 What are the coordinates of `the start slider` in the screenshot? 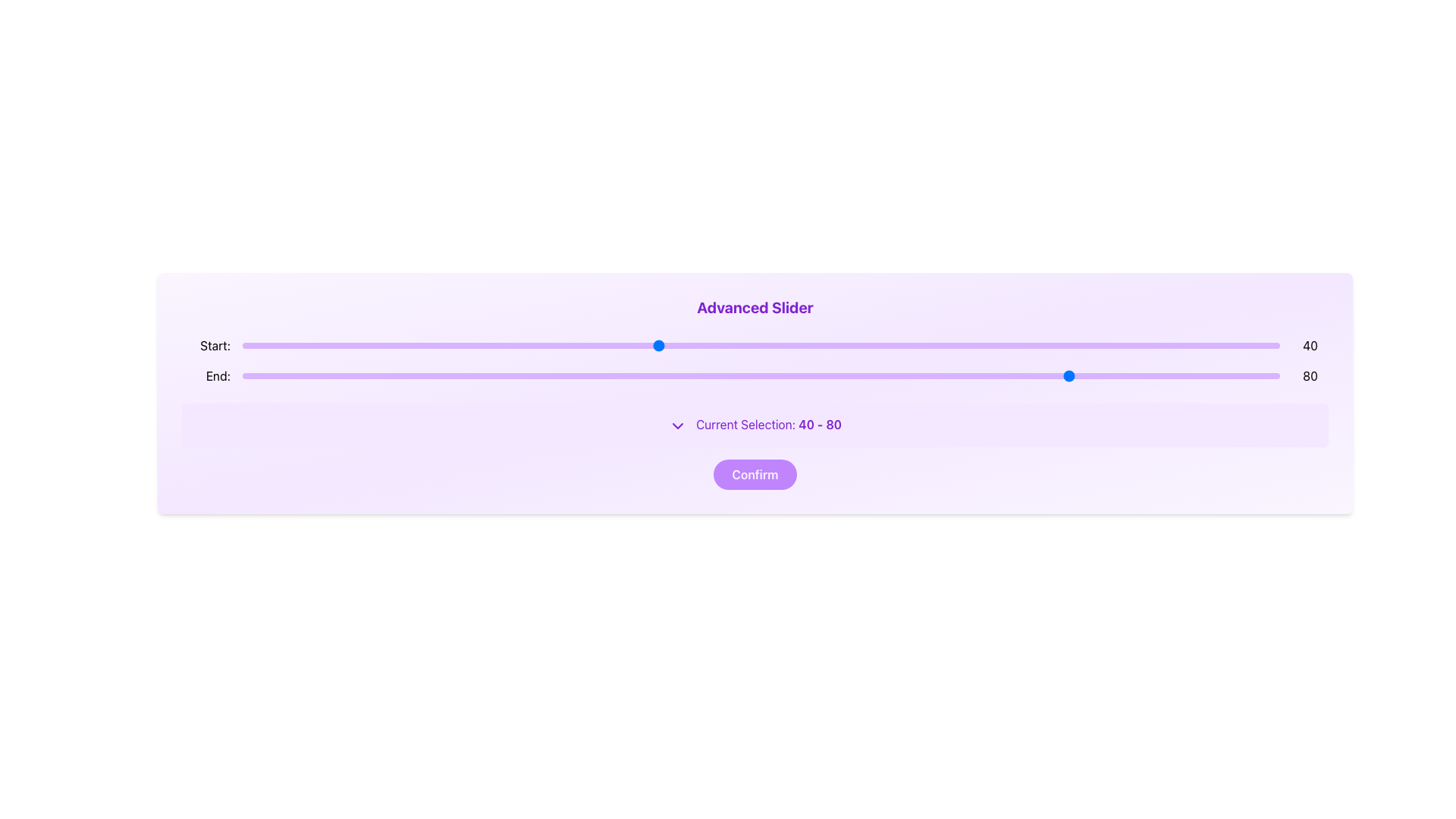 It's located at (1061, 345).